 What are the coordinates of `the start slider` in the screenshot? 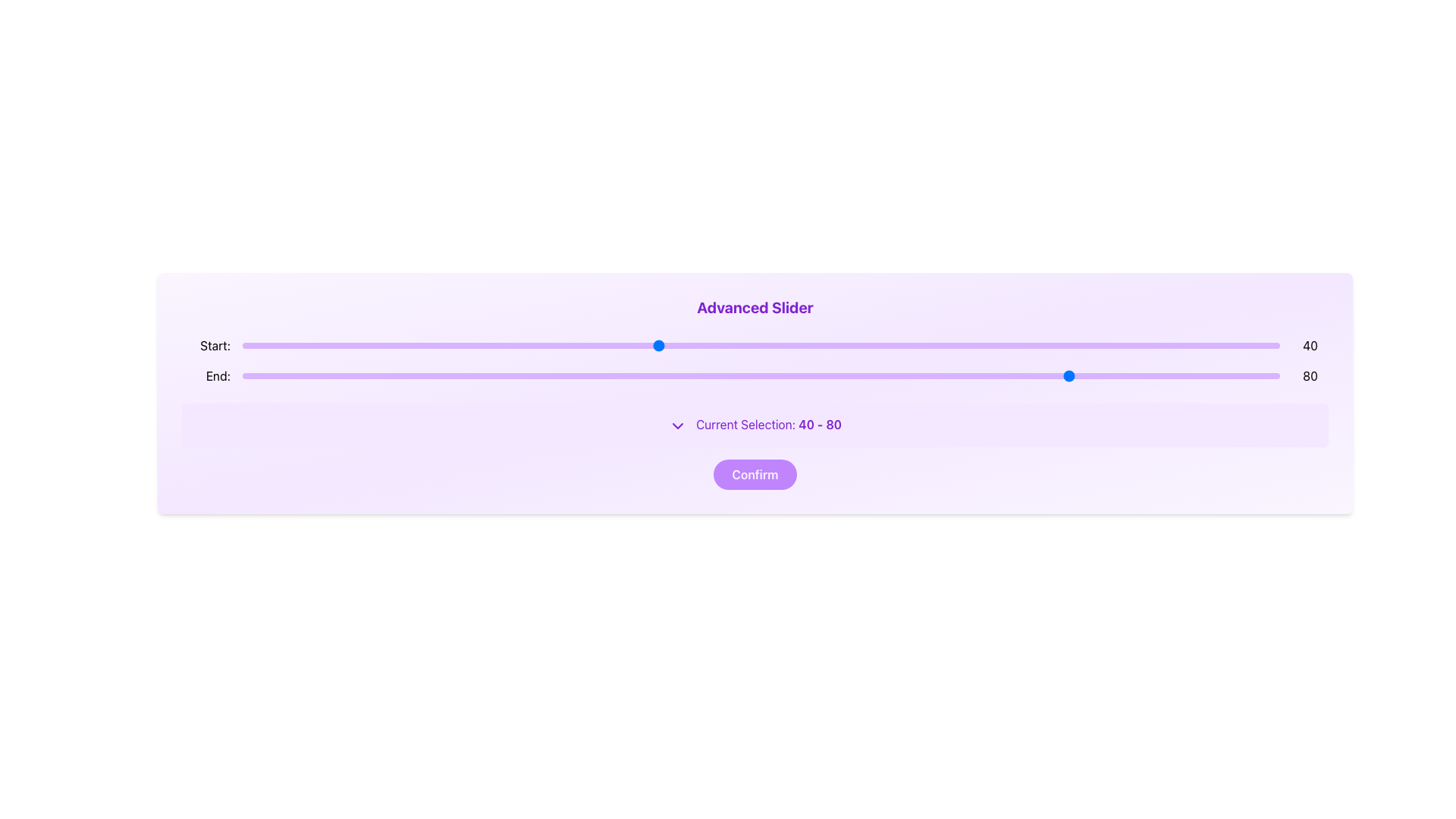 It's located at (1061, 345).